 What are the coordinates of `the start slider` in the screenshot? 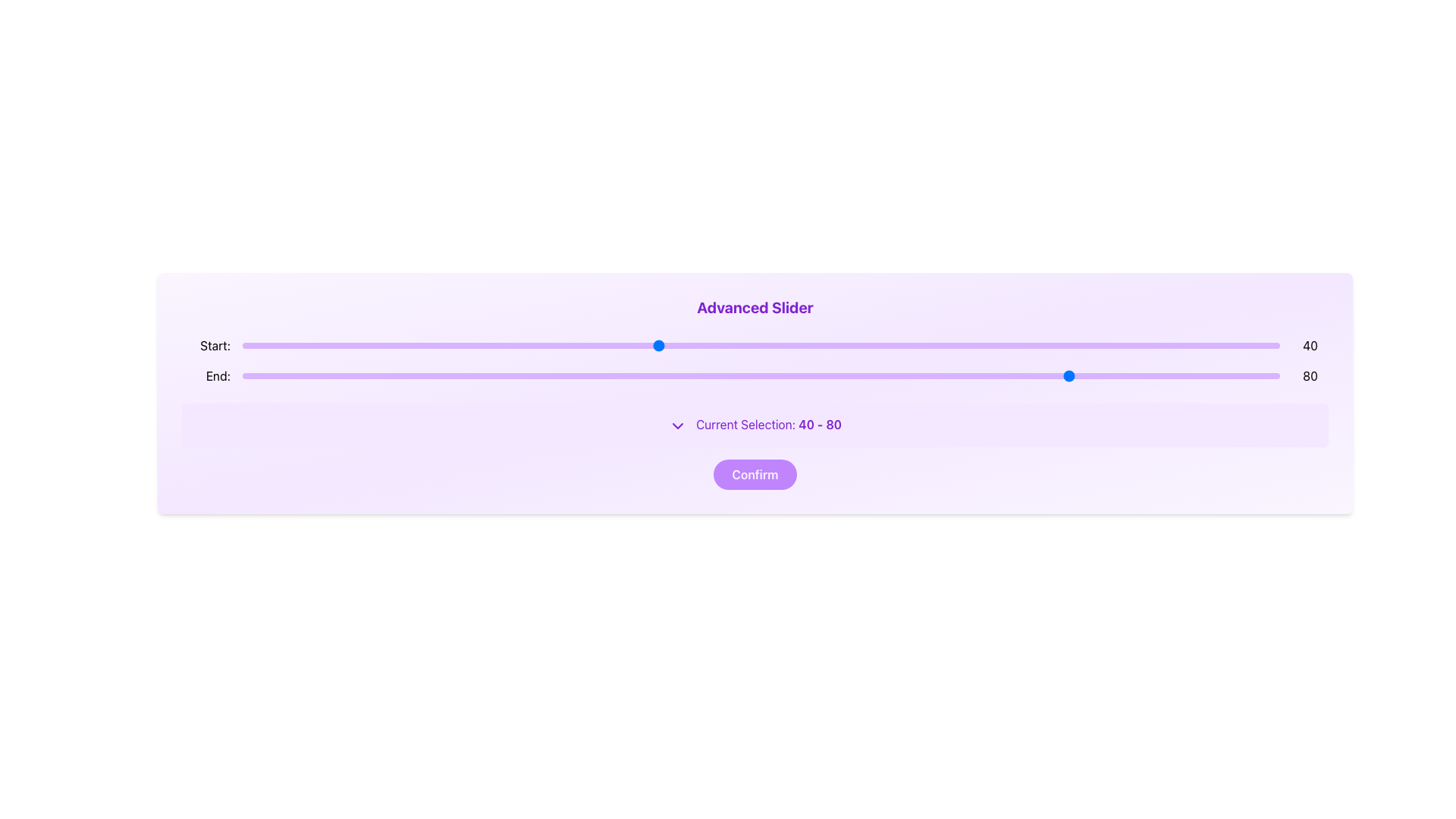 It's located at (1061, 345).